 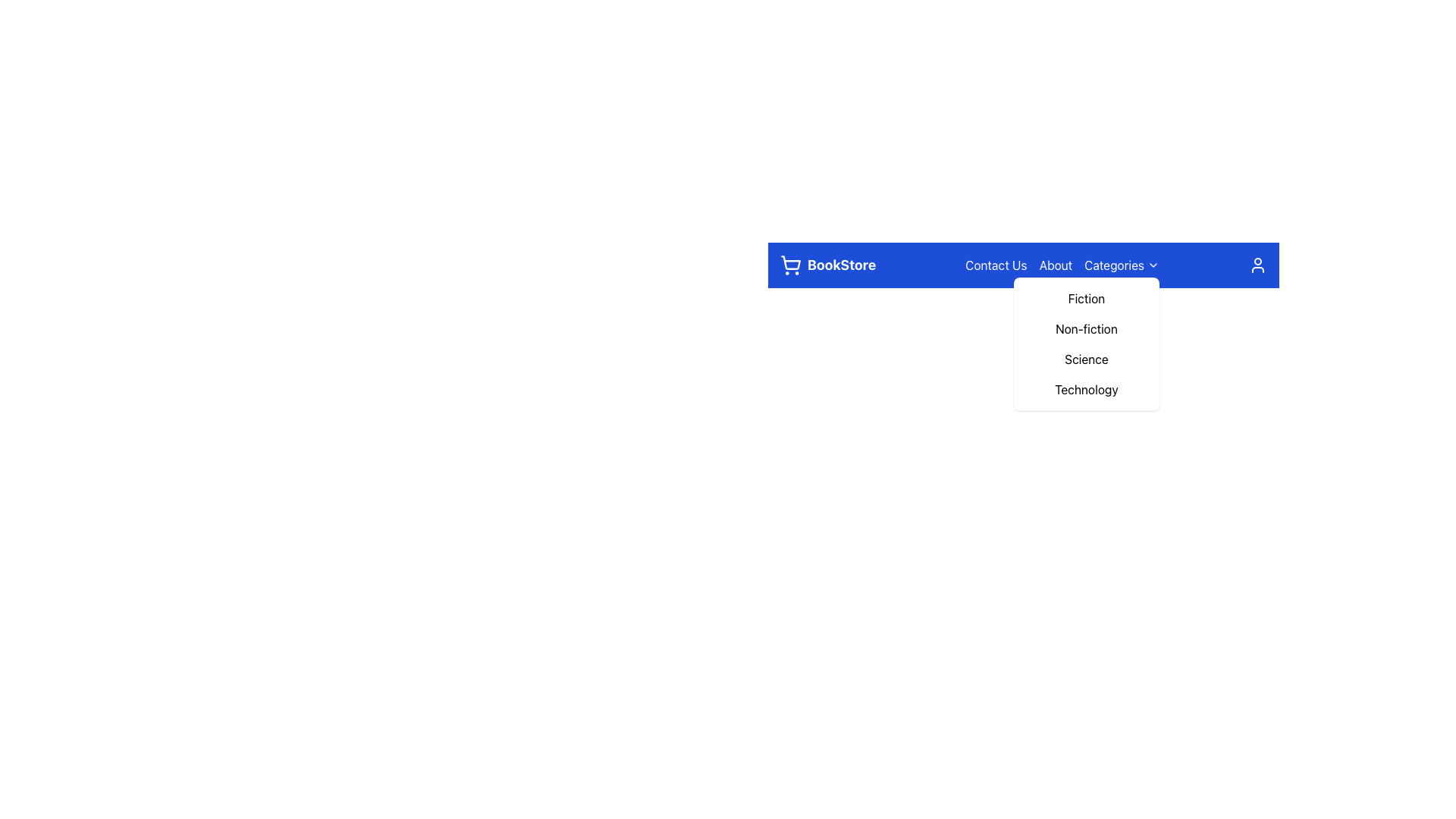 I want to click on the 'Contact Us' text link, which is styled in white font on a blue background and positioned to the right of the 'BookStore' logo, so click(x=996, y=265).